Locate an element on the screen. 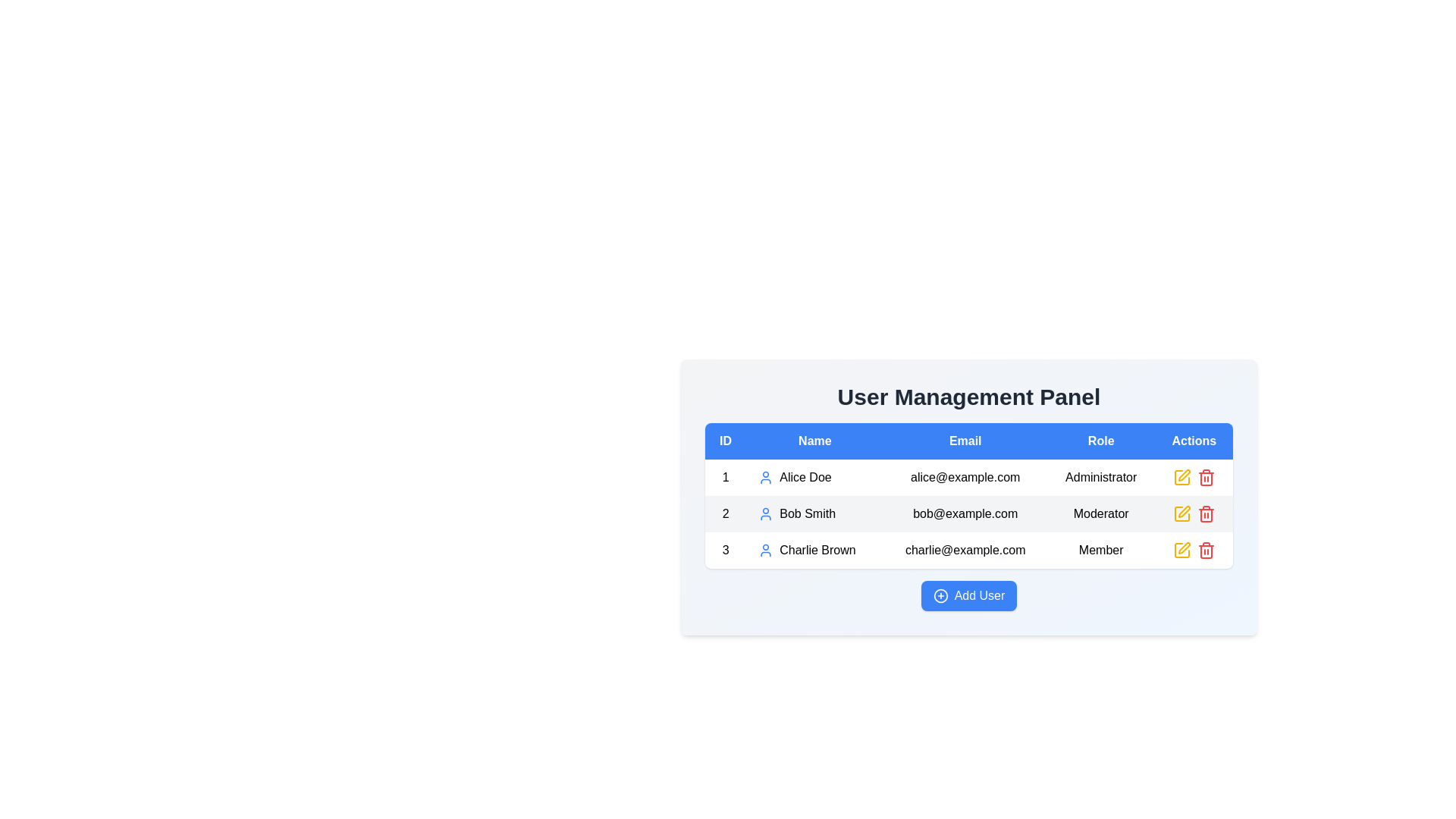  the Text label indicating that Charlie Brown has the role 'Member' in the user management panel is located at coordinates (1101, 550).